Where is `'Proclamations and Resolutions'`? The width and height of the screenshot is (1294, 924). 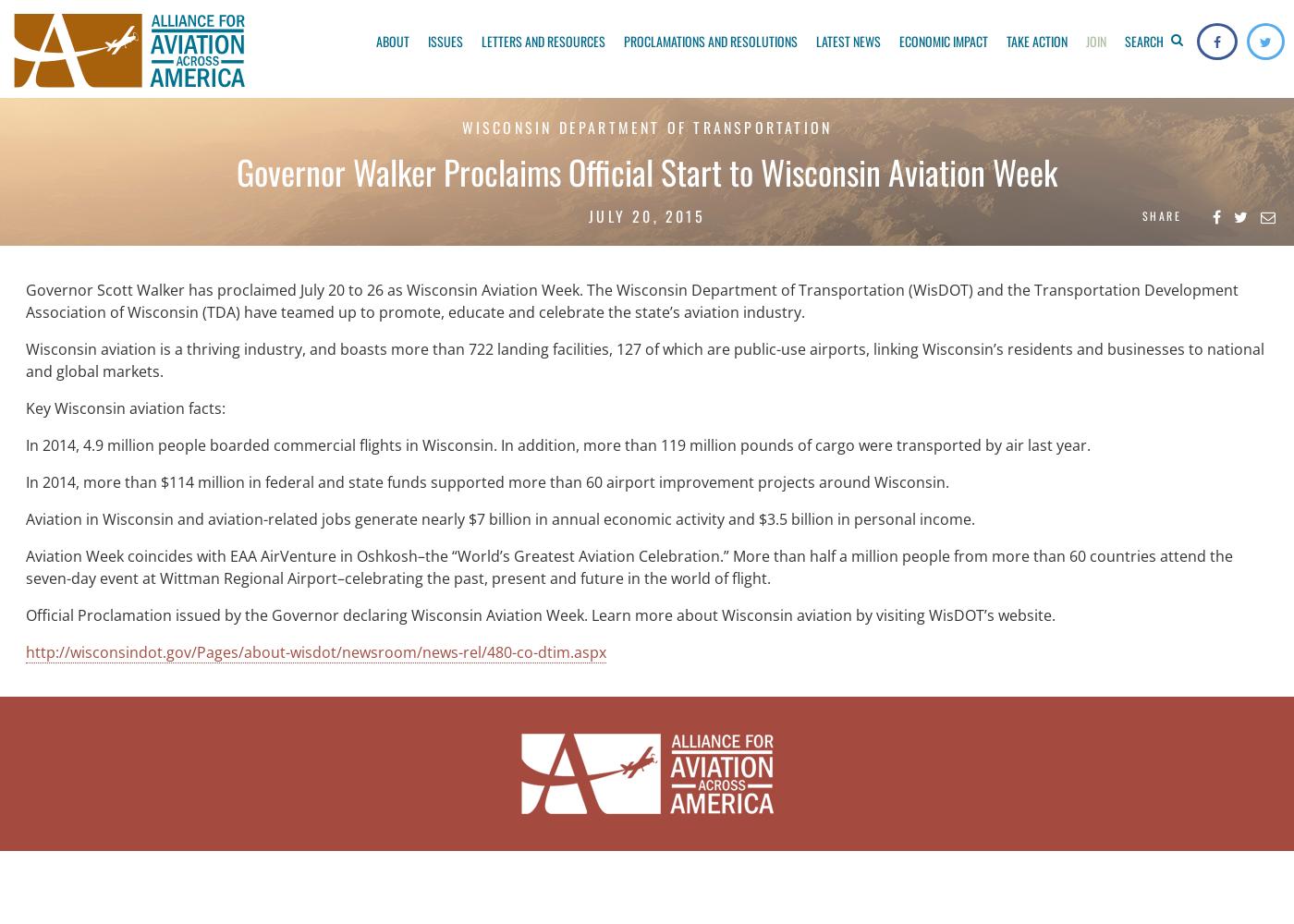
'Proclamations and Resolutions' is located at coordinates (623, 41).